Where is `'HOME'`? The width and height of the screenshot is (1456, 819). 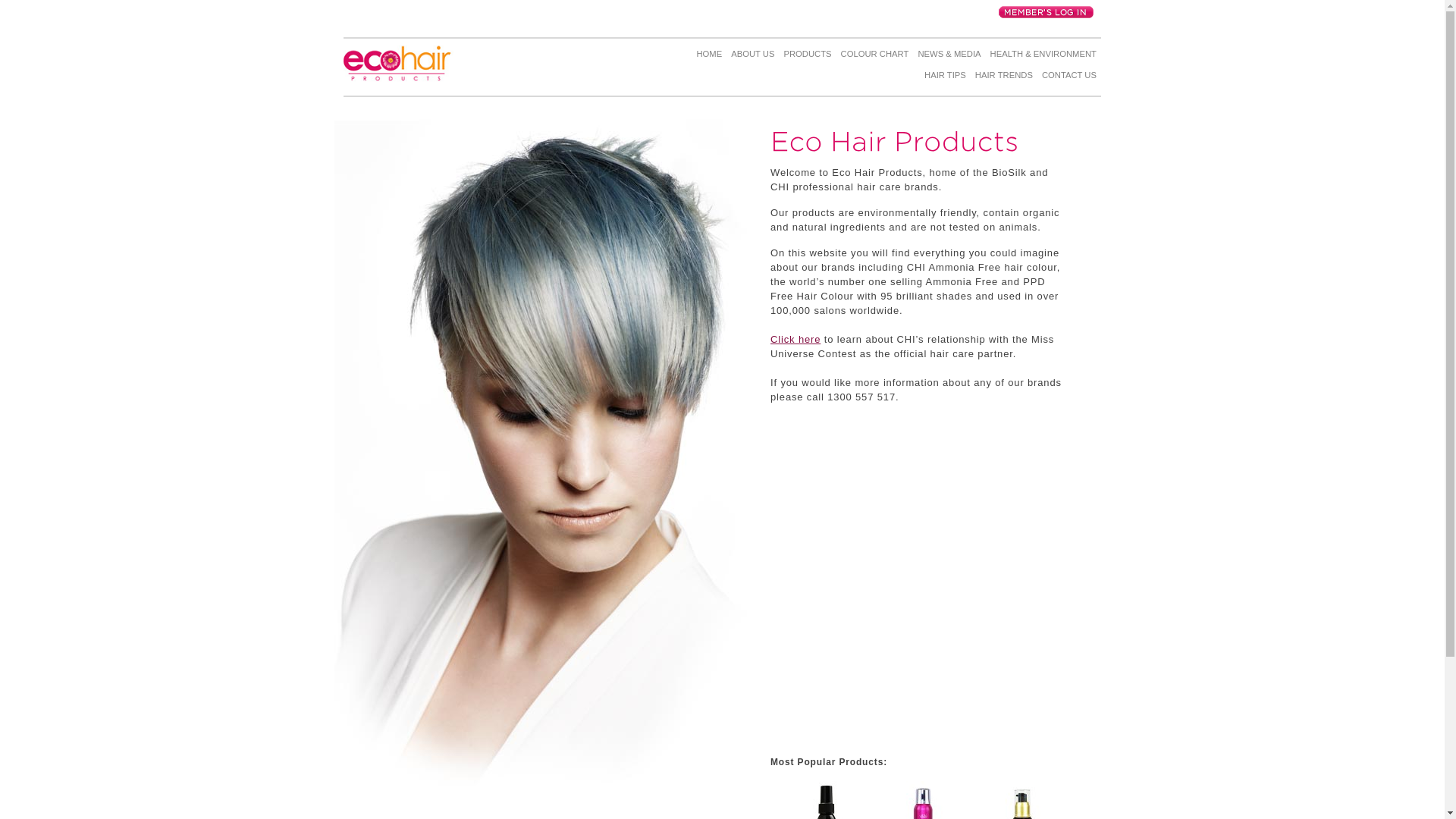 'HOME' is located at coordinates (691, 55).